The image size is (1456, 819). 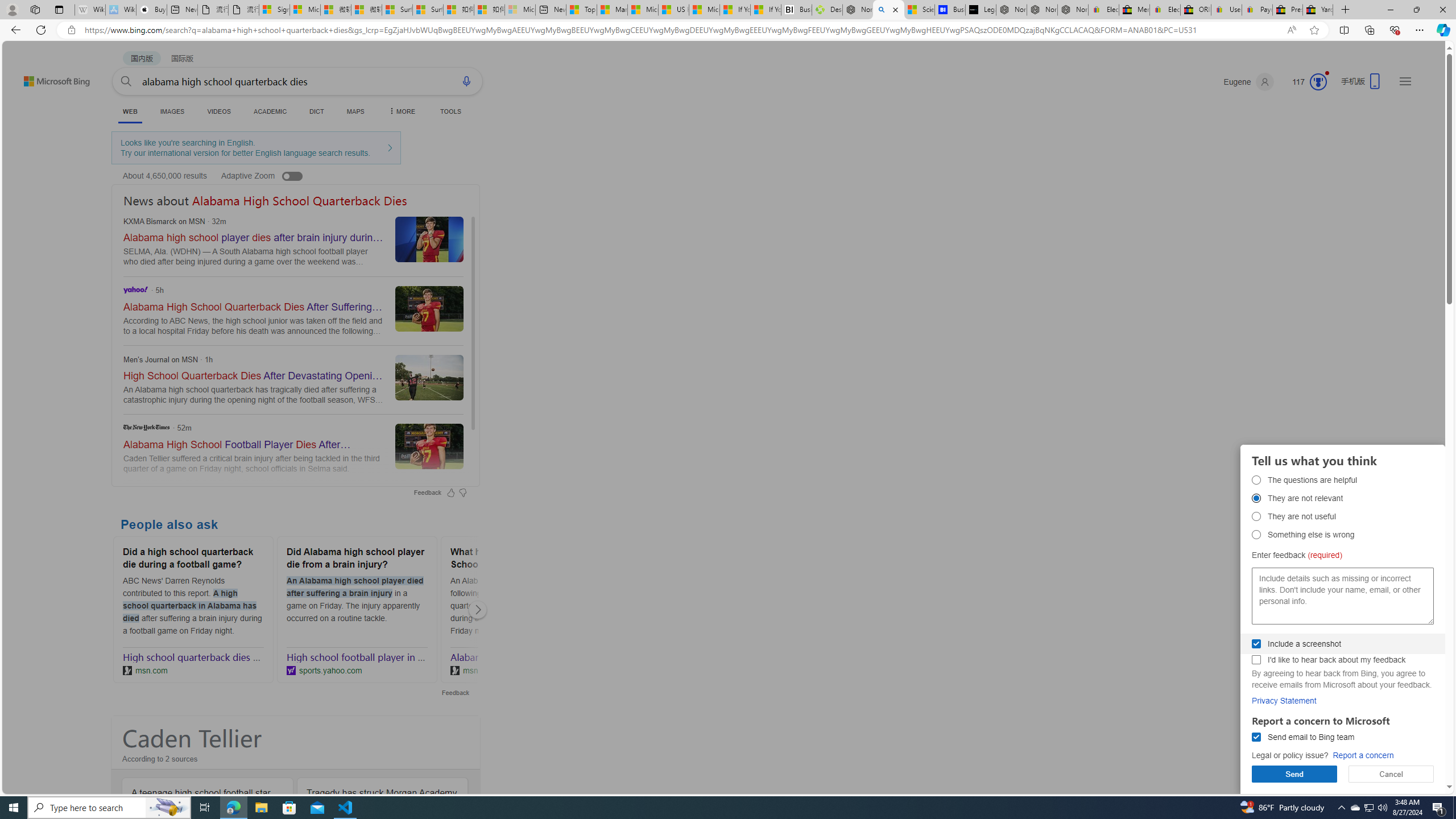 What do you see at coordinates (1317, 9) in the screenshot?
I see `'Yard, Garden & Outdoor Living'` at bounding box center [1317, 9].